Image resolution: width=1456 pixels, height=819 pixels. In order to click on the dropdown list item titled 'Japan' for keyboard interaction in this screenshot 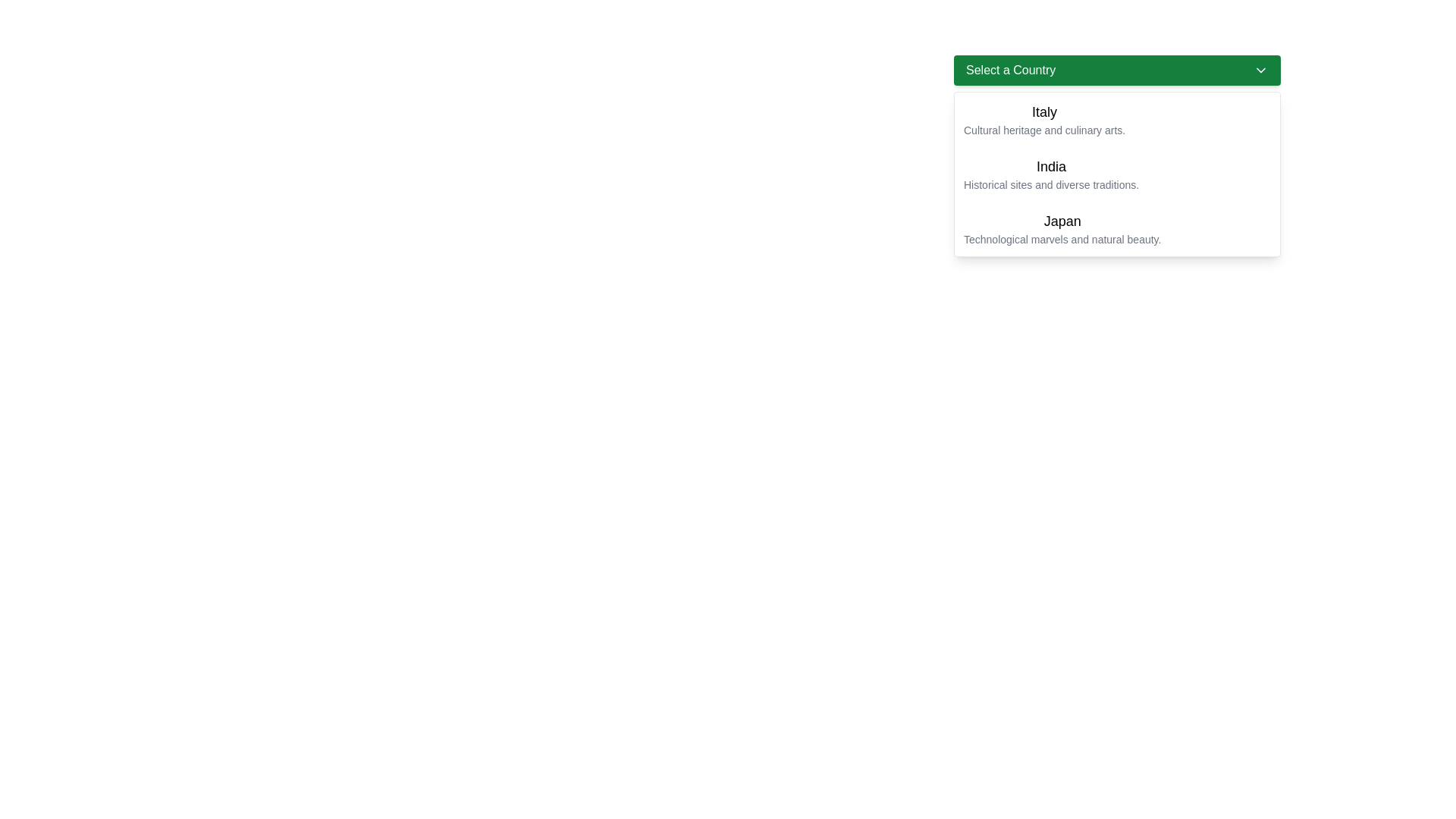, I will do `click(1117, 228)`.